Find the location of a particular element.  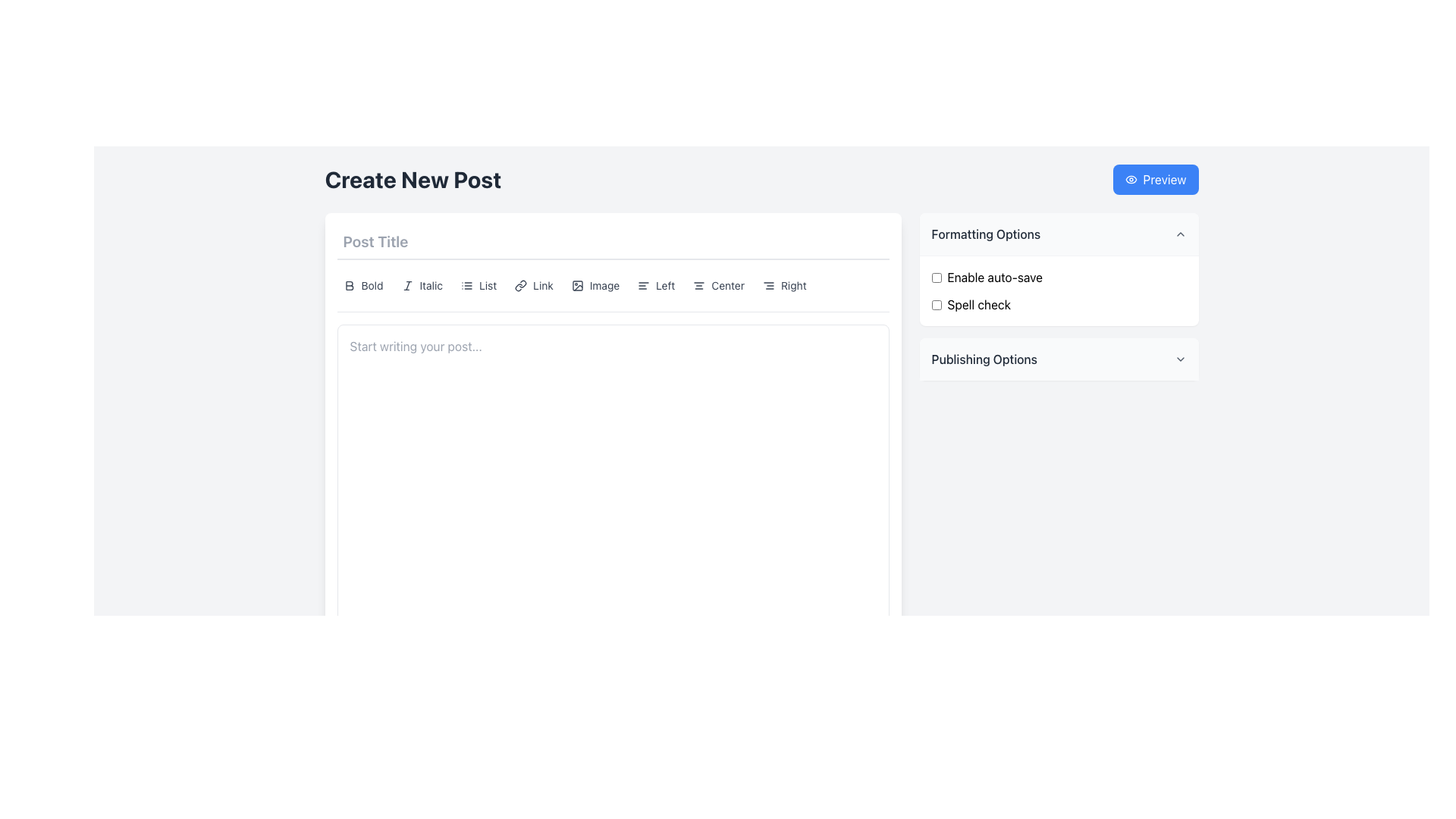

the text label 'Center' within the interactive button located in the center of the formatting toolbar is located at coordinates (728, 286).